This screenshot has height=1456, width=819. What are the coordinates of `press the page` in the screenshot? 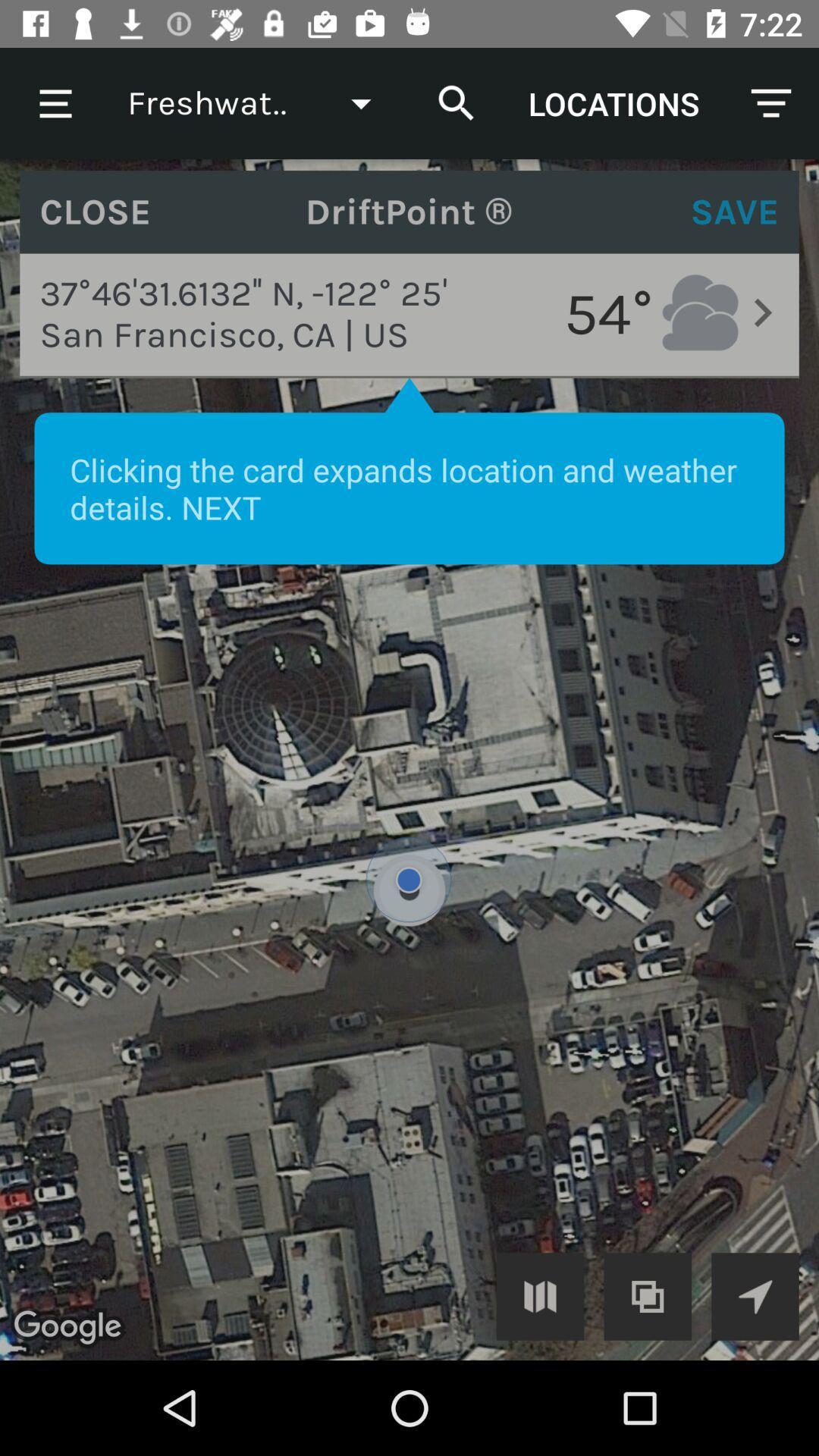 It's located at (409, 760).